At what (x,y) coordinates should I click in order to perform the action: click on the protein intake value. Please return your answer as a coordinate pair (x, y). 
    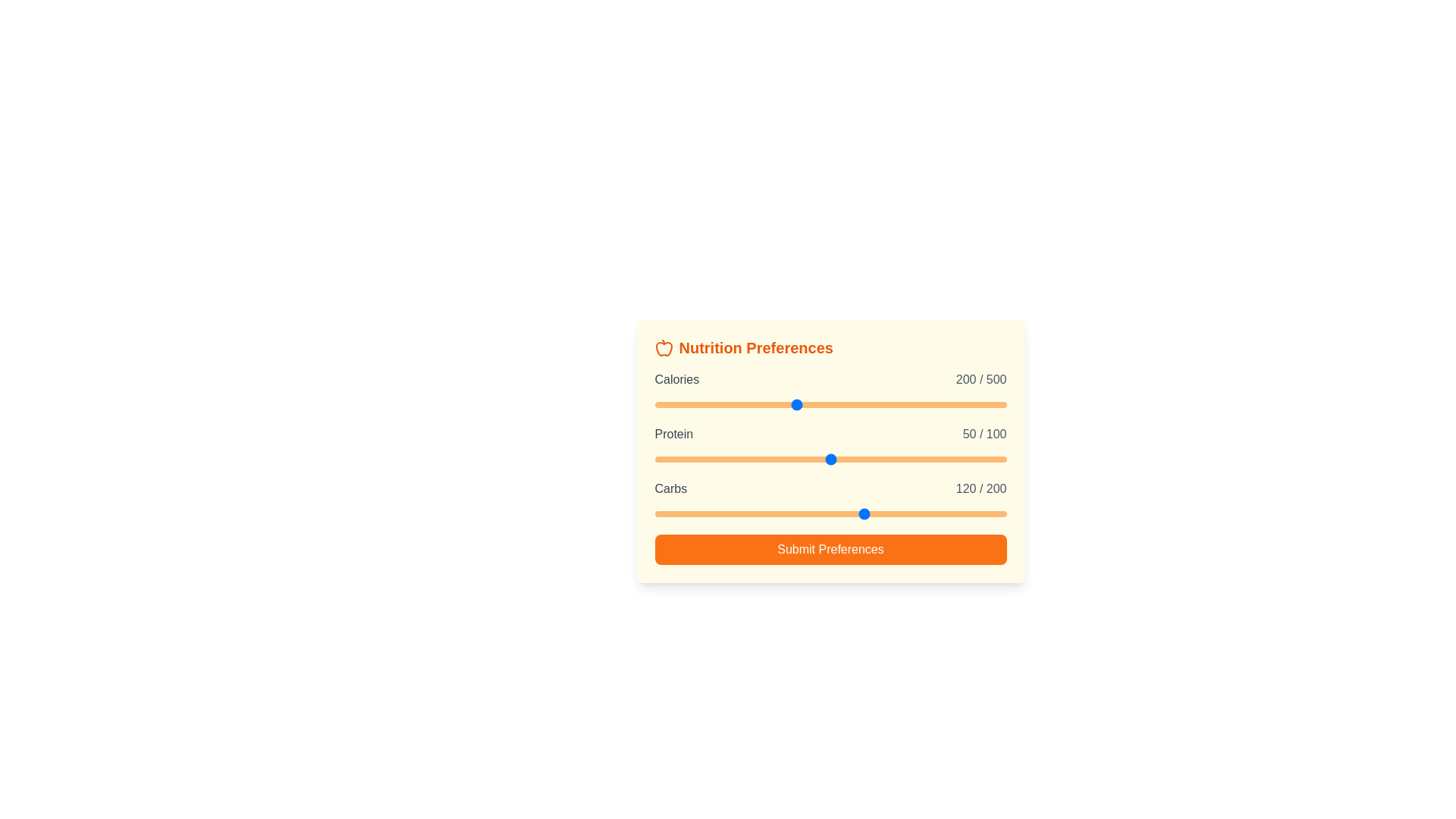
    Looking at the image, I should click on (760, 458).